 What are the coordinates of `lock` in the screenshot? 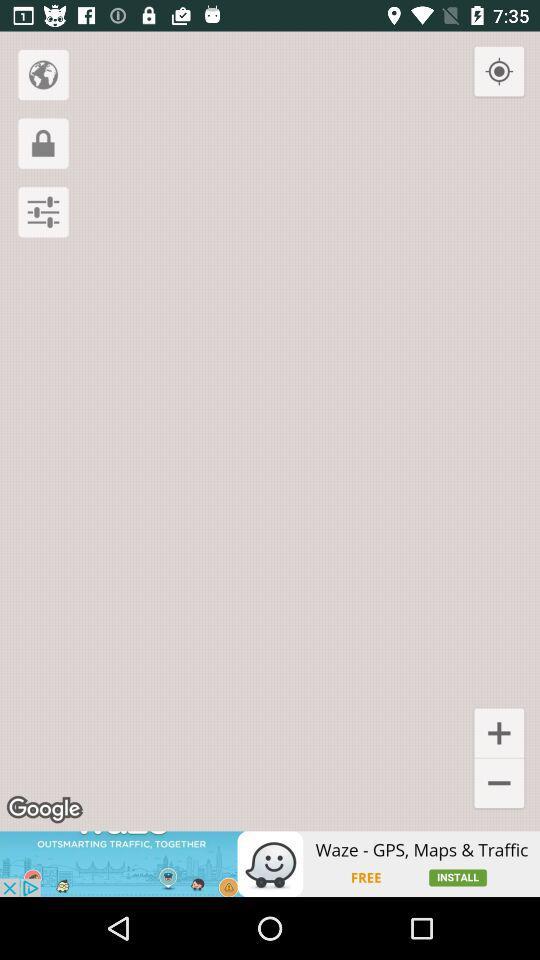 It's located at (43, 142).